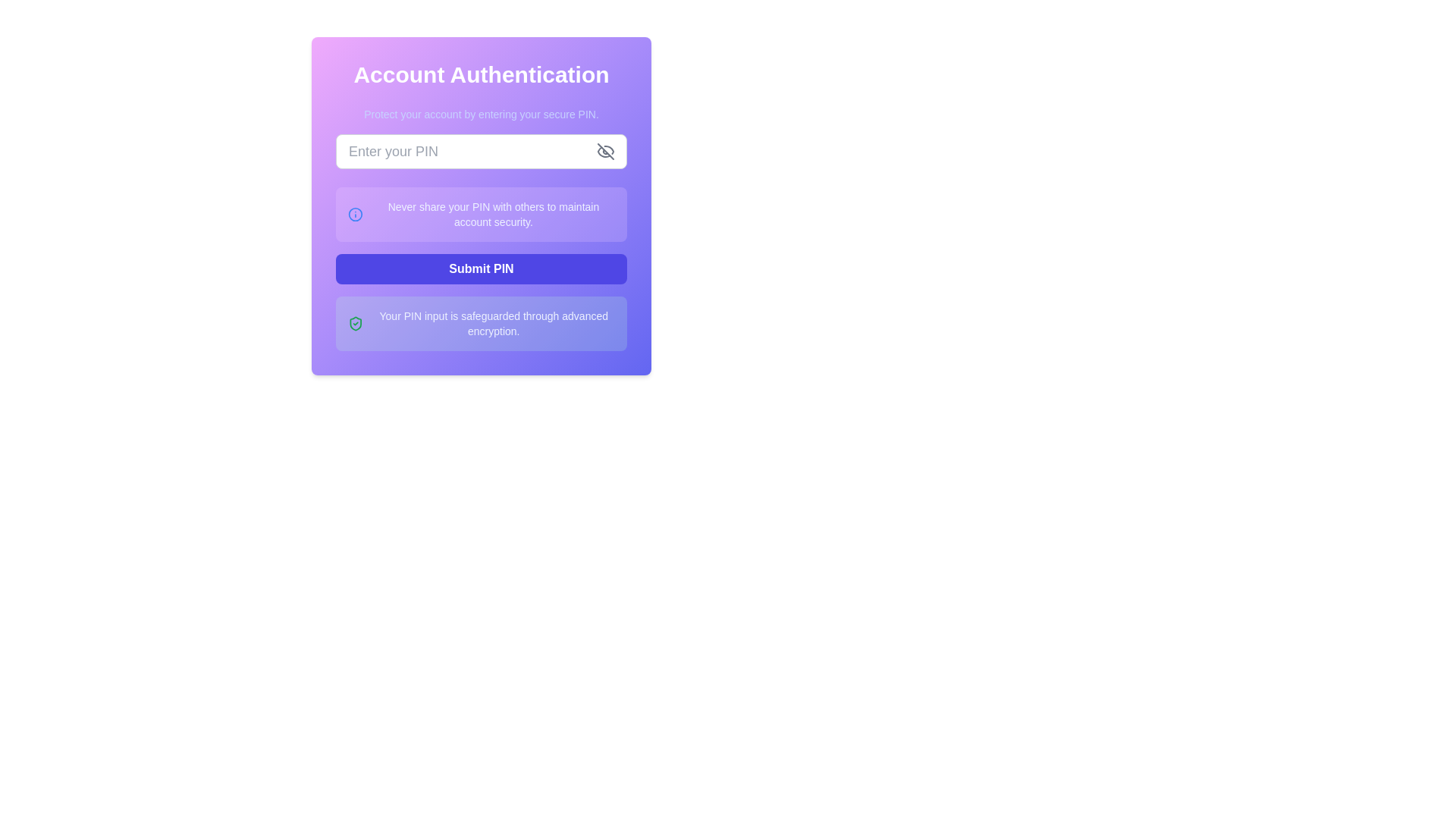 The width and height of the screenshot is (1456, 819). I want to click on the 'Submit PIN' button, which is a rectangular button with bold white text on an indigo blue background, centrally positioned below the PIN security notice, so click(480, 268).